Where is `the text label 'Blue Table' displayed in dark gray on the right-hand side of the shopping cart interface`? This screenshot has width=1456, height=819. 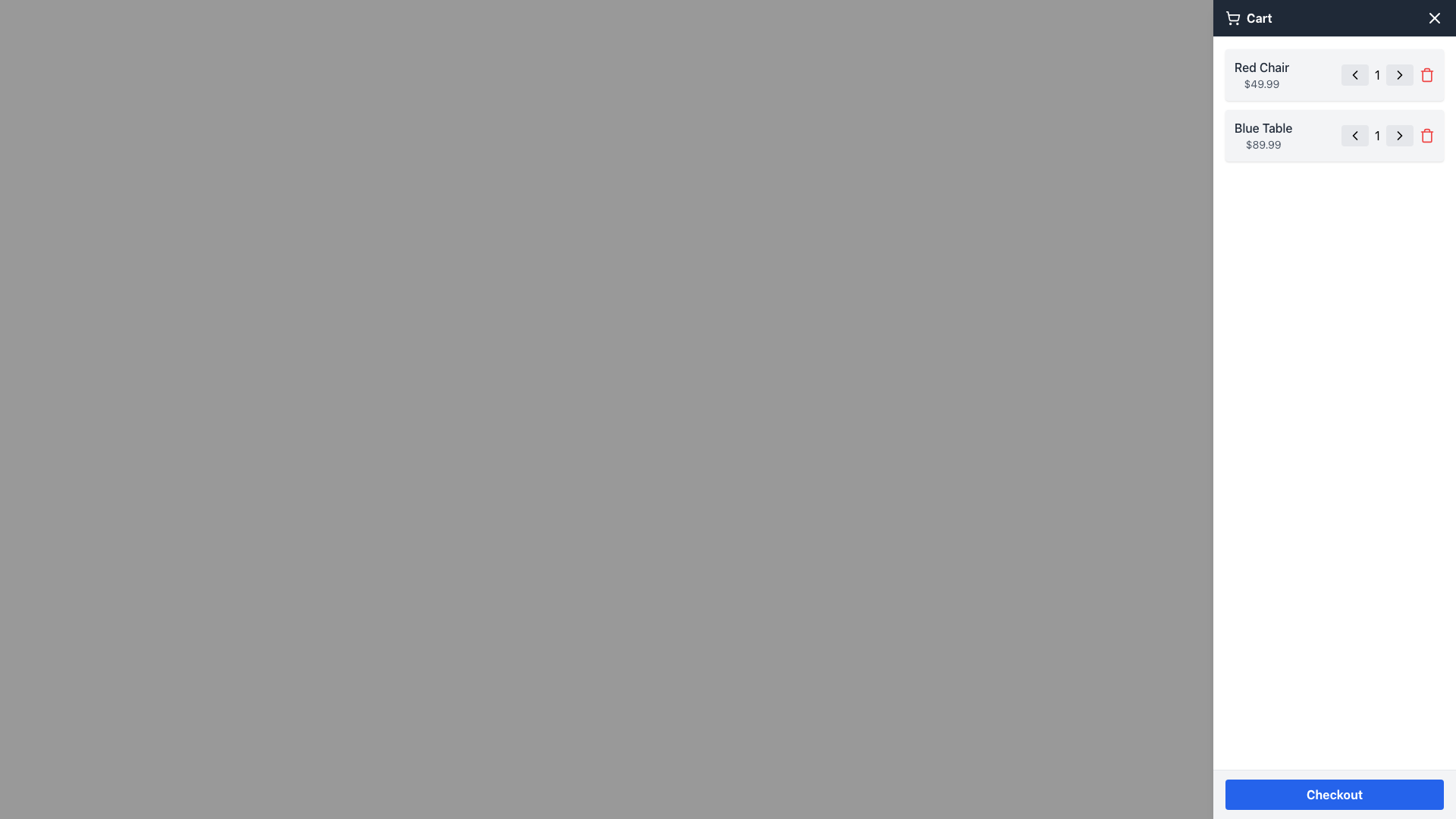 the text label 'Blue Table' displayed in dark gray on the right-hand side of the shopping cart interface is located at coordinates (1263, 127).